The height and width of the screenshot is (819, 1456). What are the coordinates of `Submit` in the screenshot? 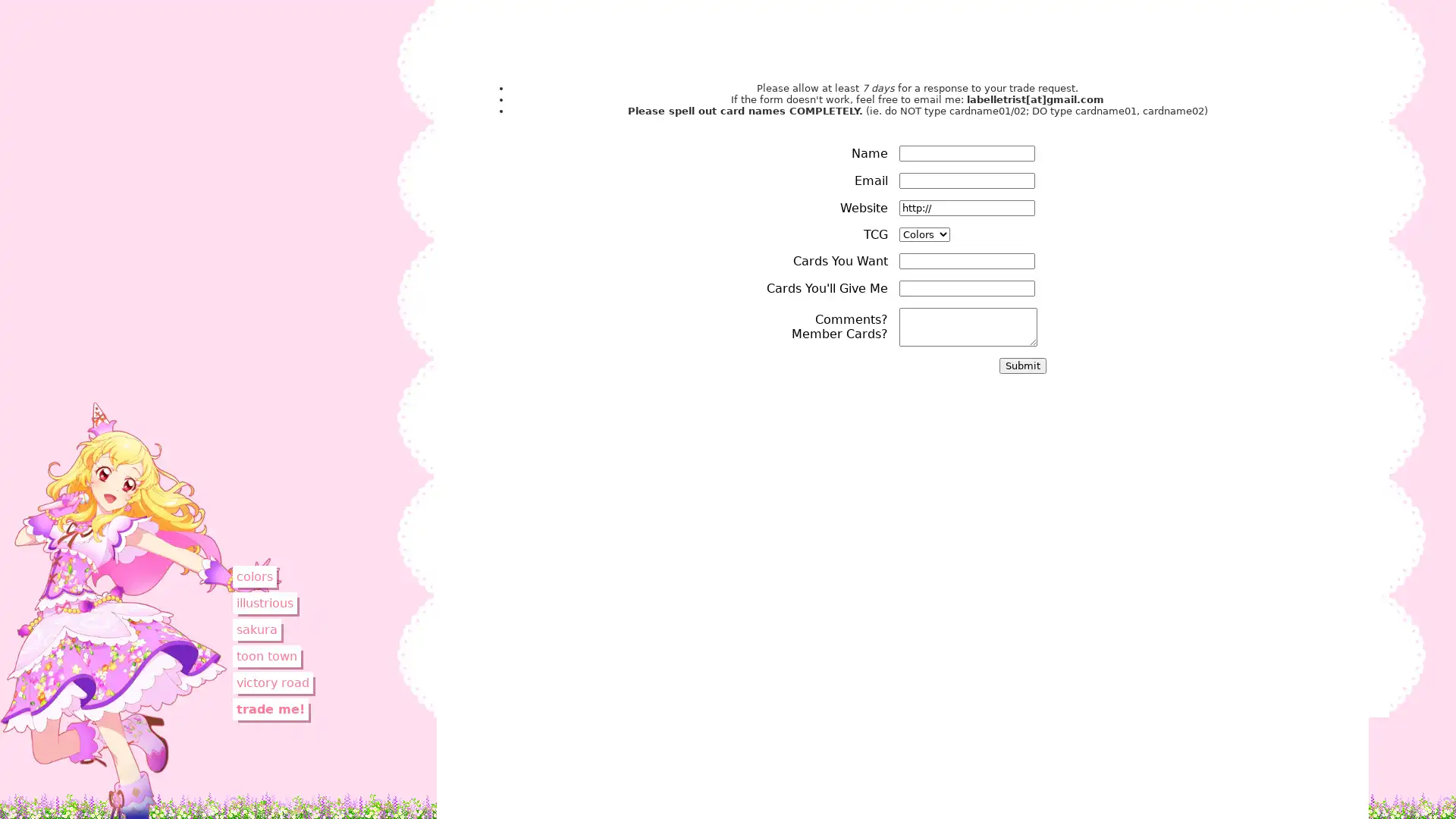 It's located at (1022, 365).